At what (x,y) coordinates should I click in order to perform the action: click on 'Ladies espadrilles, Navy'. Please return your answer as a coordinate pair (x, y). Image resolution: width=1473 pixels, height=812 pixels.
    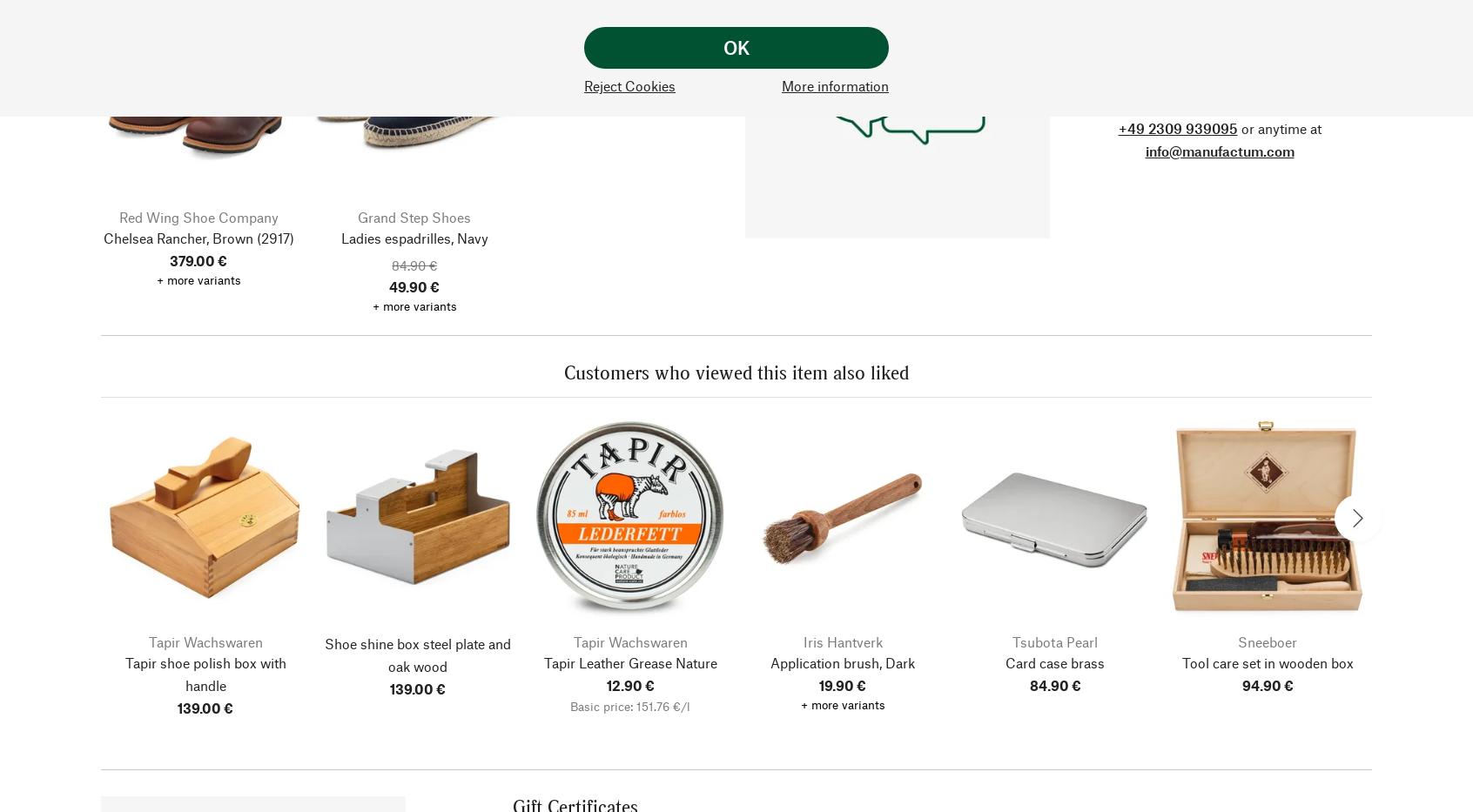
    Looking at the image, I should click on (413, 237).